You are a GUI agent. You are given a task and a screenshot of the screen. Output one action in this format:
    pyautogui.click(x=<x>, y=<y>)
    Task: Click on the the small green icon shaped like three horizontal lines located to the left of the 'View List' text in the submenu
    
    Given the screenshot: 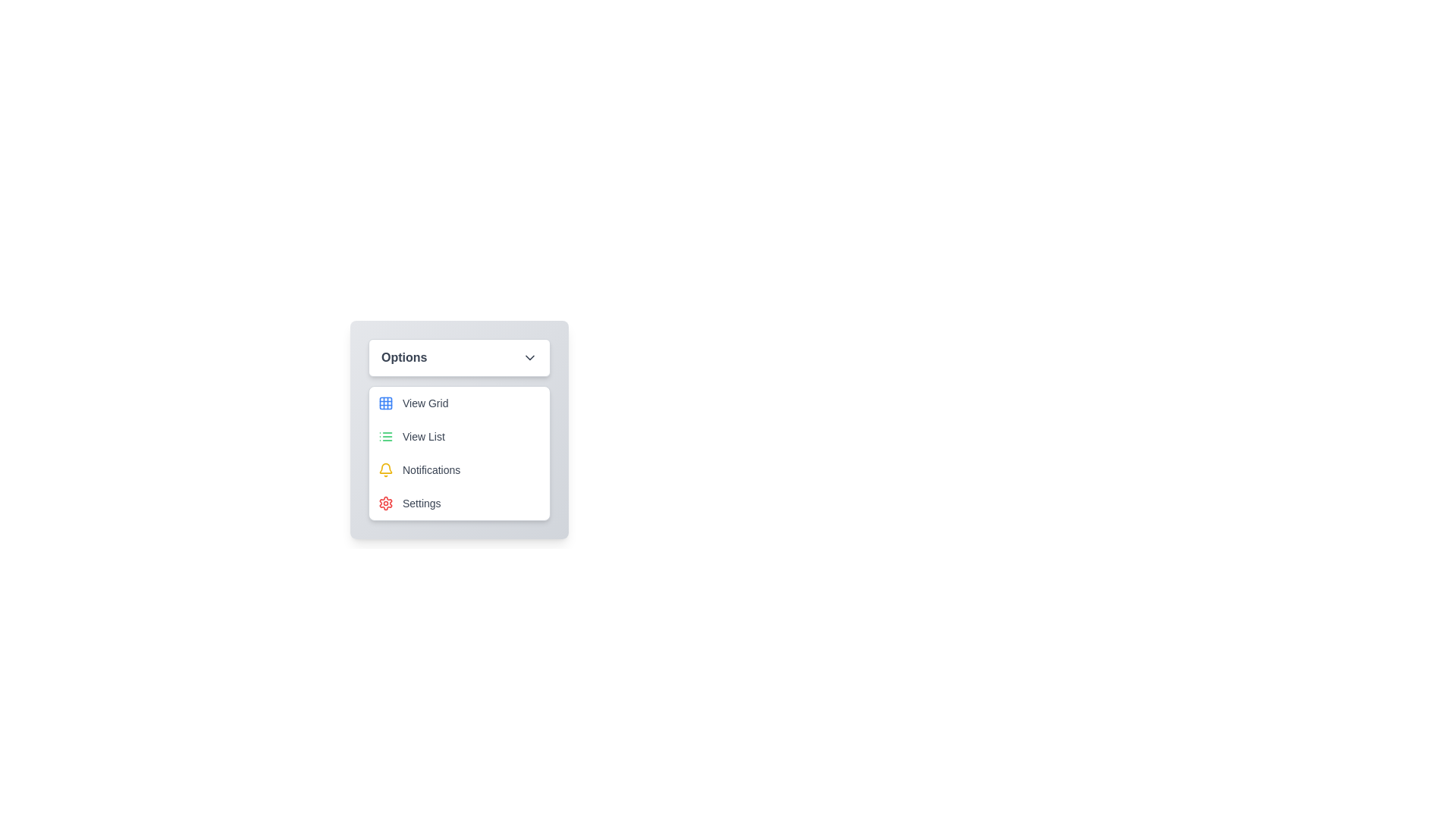 What is the action you would take?
    pyautogui.click(x=385, y=436)
    